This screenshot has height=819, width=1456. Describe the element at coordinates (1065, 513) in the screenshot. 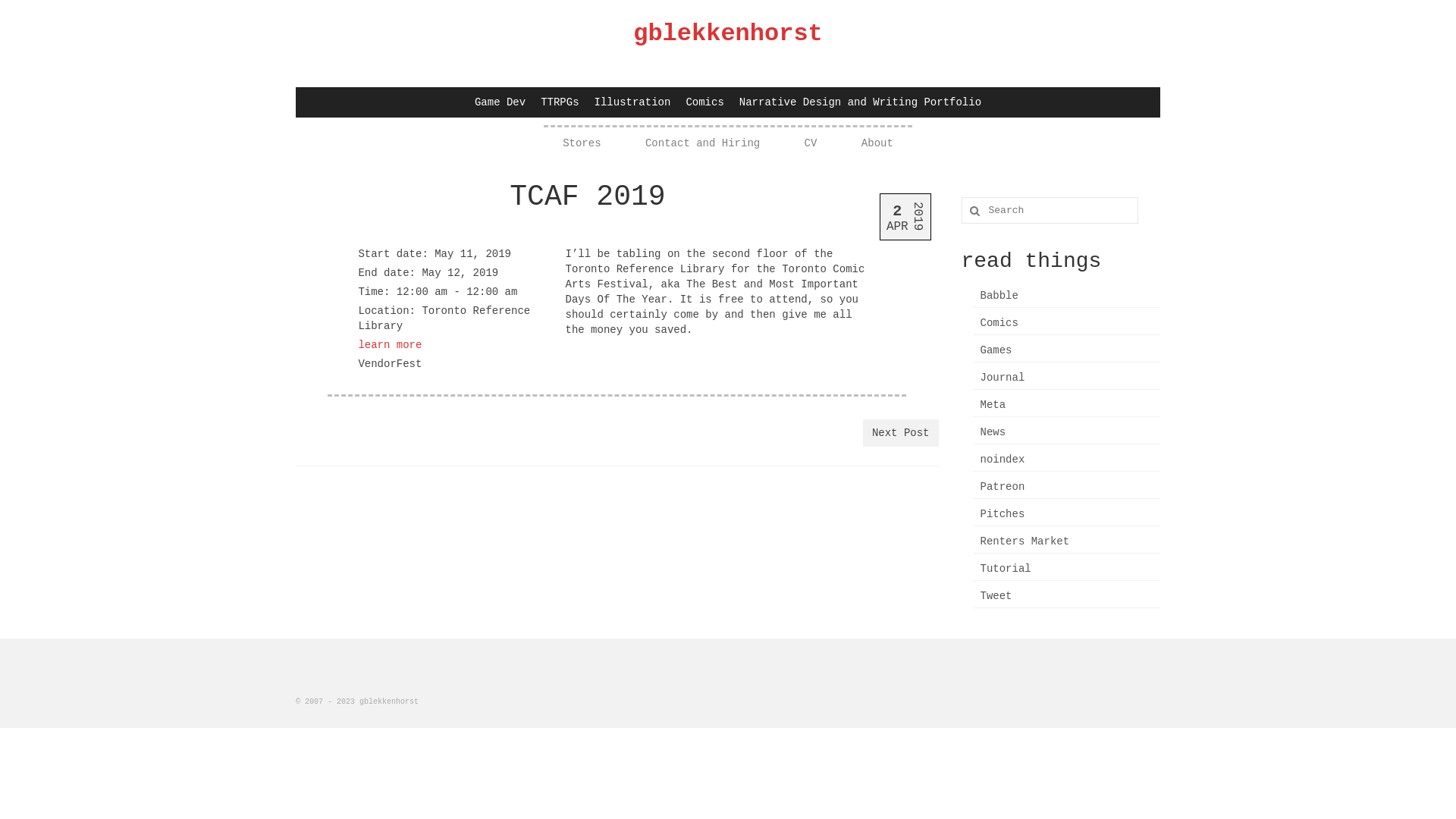

I see `'Pitches'` at that location.